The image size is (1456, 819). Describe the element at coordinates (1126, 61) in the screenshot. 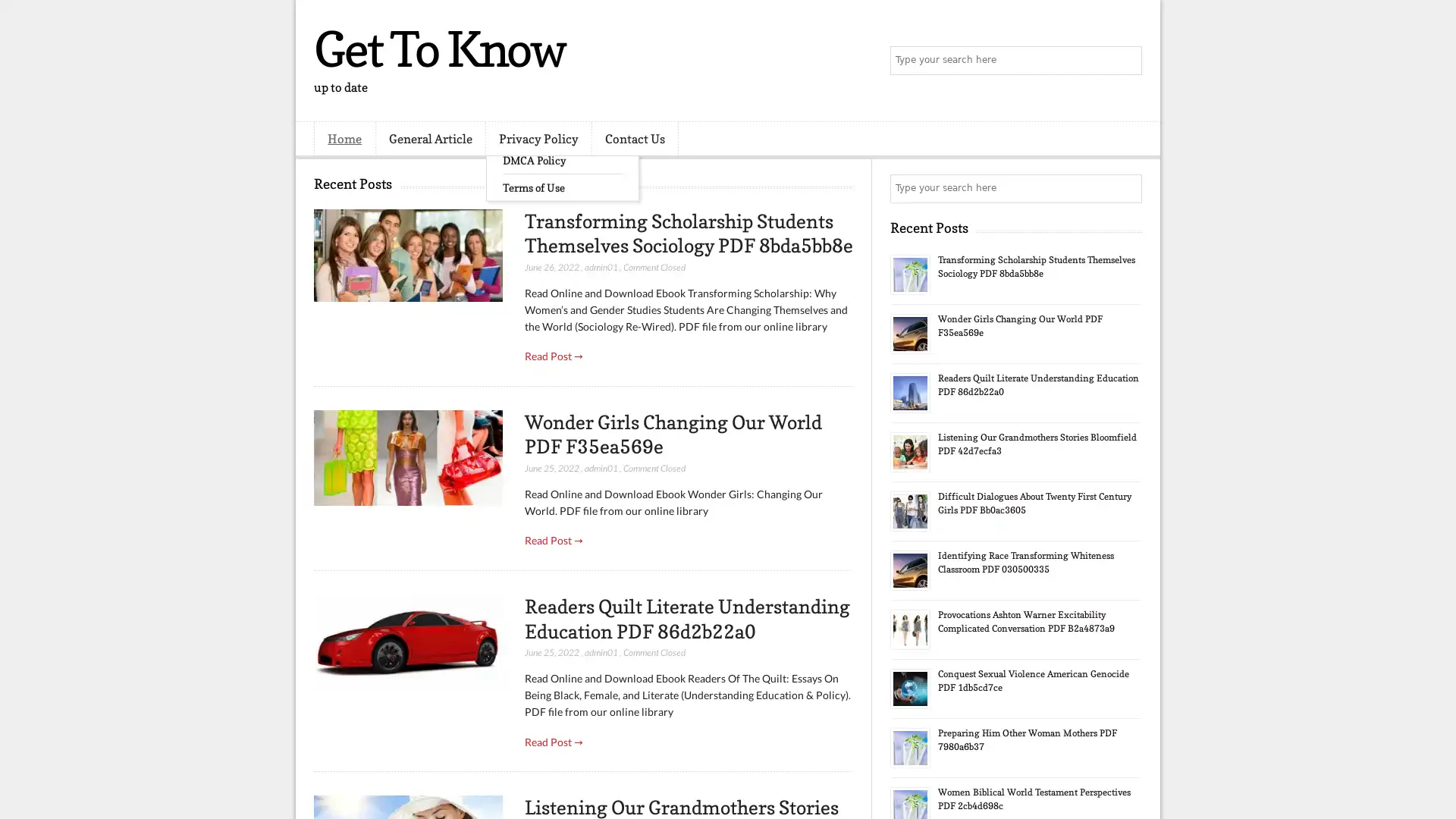

I see `Search` at that location.